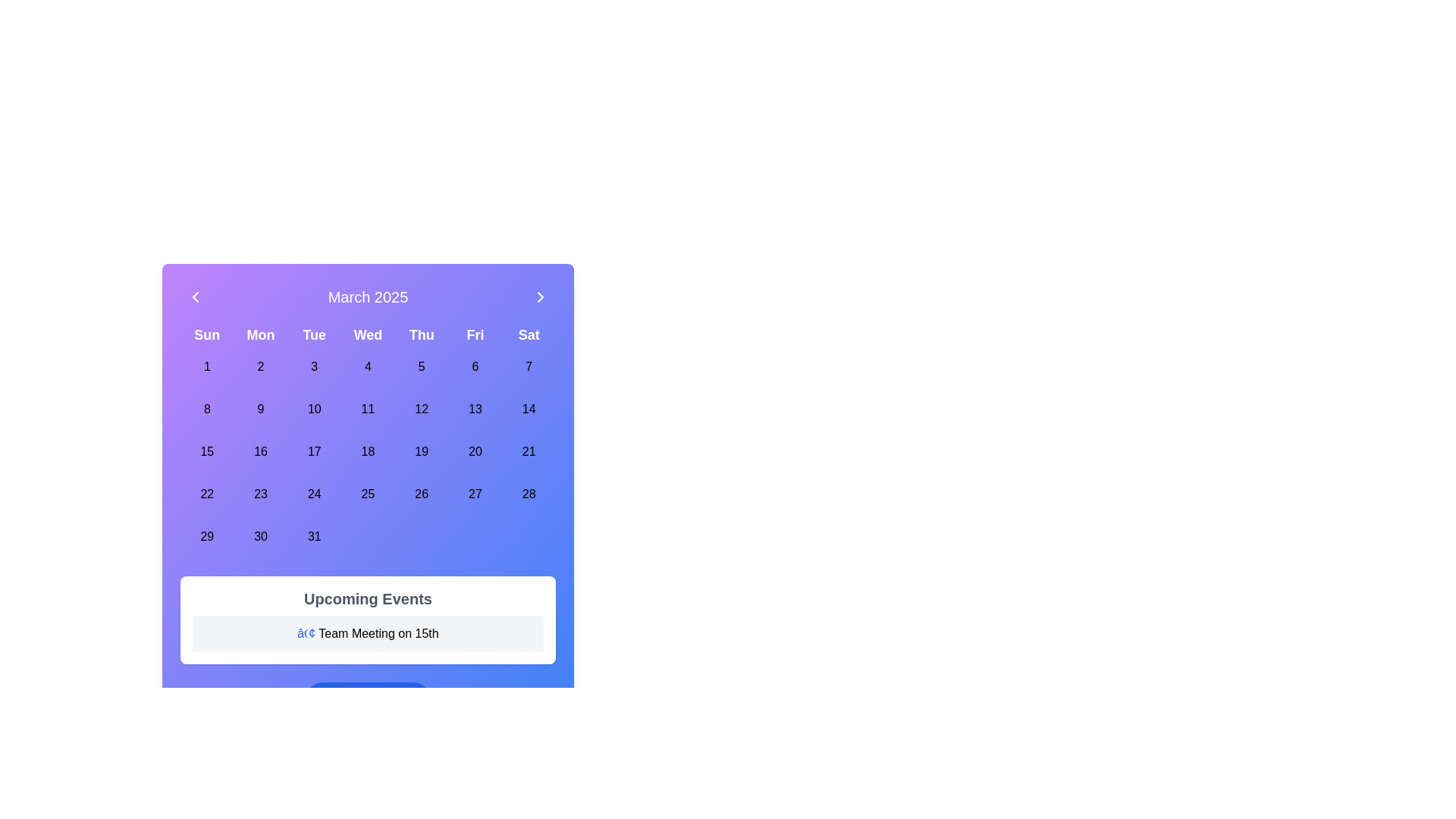  I want to click on the rounded rectangular Calendar date button displaying '5', located in the March 2025 calendar grid interface, to visualize the hover effect, so click(422, 366).